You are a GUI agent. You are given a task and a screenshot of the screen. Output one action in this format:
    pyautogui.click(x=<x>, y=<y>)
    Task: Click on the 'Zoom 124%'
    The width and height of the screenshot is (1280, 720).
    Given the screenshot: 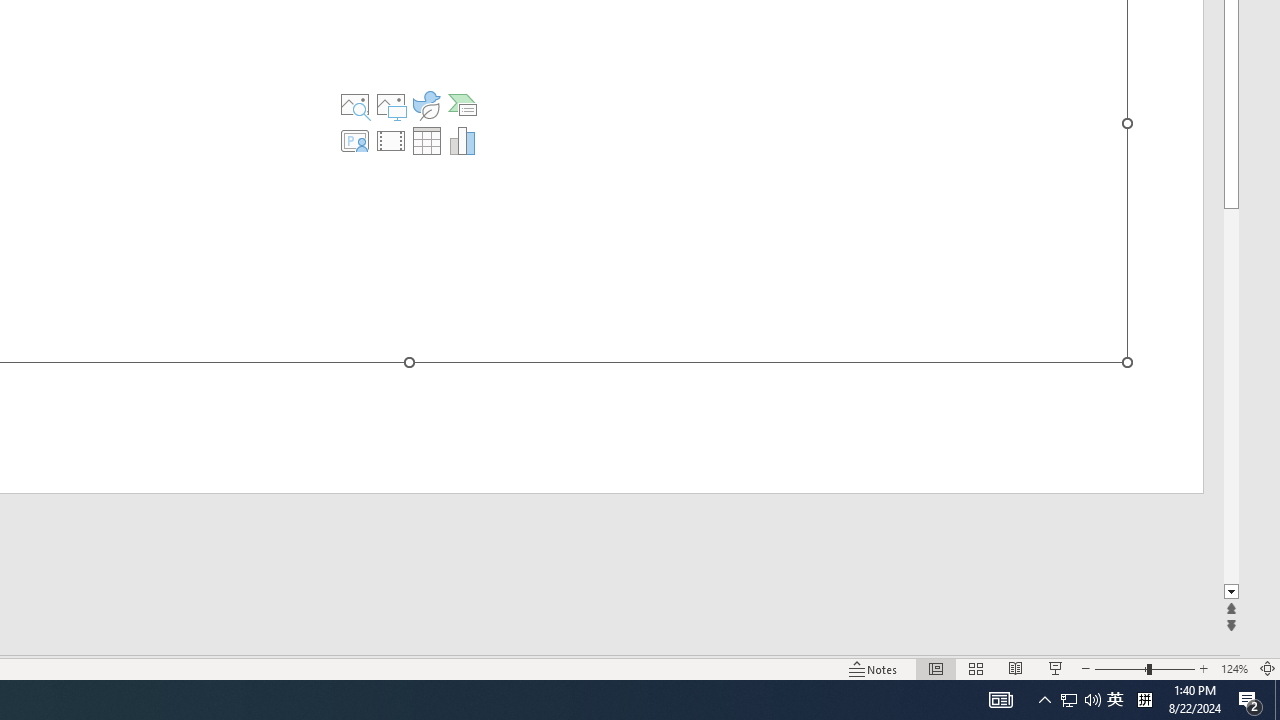 What is the action you would take?
    pyautogui.click(x=1233, y=669)
    